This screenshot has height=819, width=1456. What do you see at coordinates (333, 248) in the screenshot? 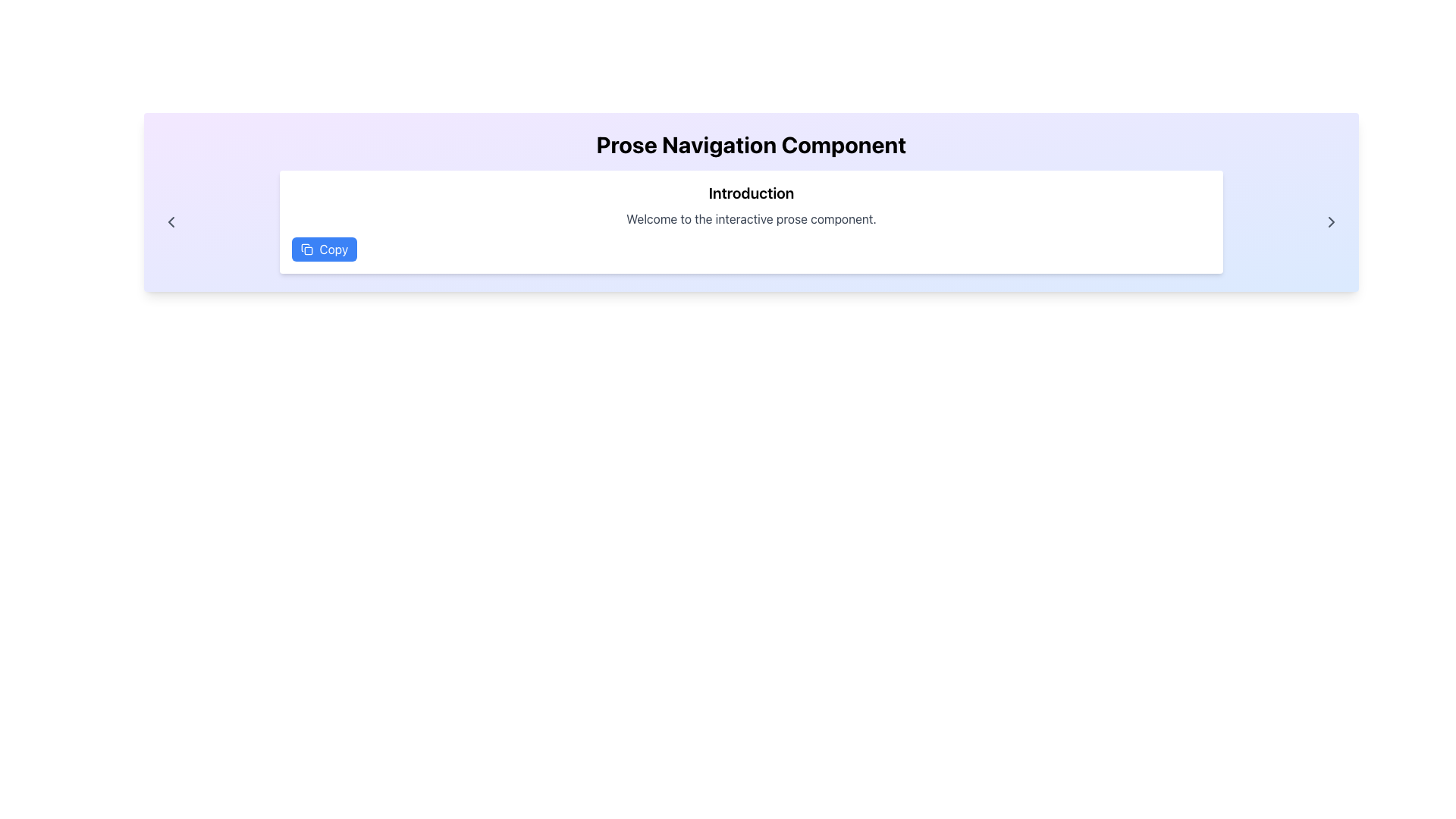
I see `text from the 'Copy' button, which is a bold, white font on a blue background, located in the top-left region of the content box` at bounding box center [333, 248].